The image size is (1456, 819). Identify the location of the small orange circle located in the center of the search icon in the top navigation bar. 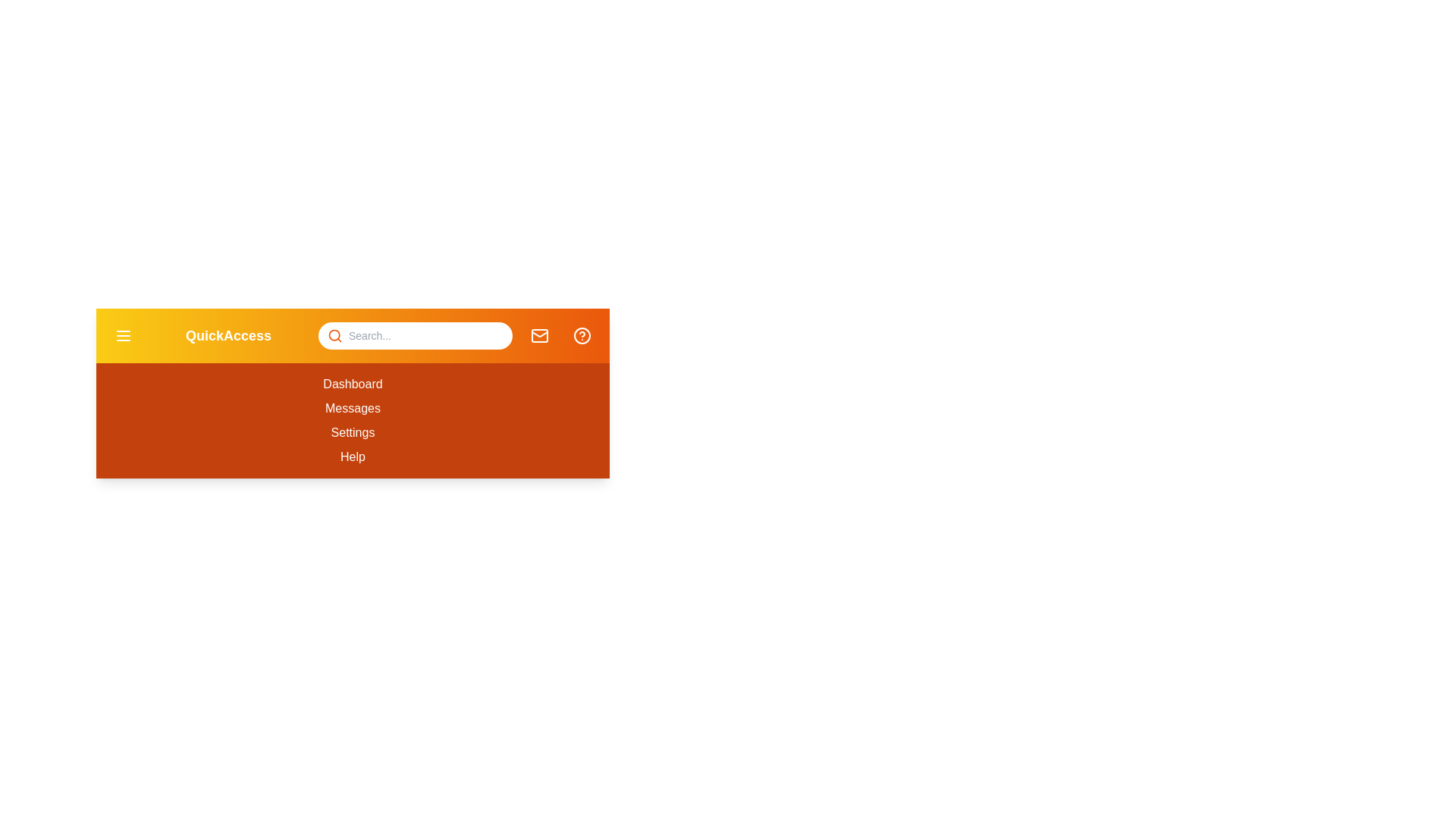
(334, 334).